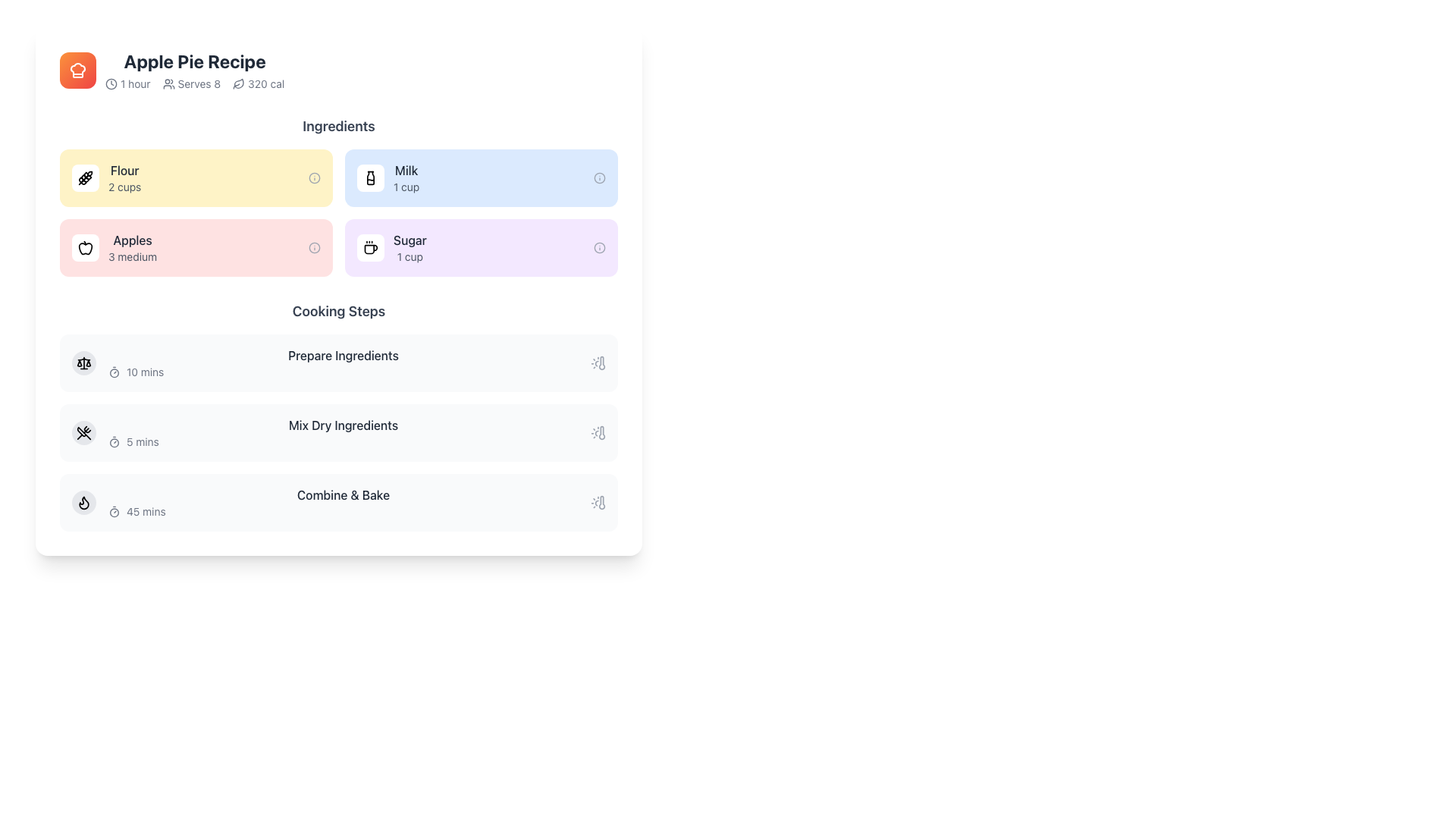 The height and width of the screenshot is (819, 1456). I want to click on the text label 'Prepare Ingredients' located in the cooking steps section of the recipe card, so click(342, 362).